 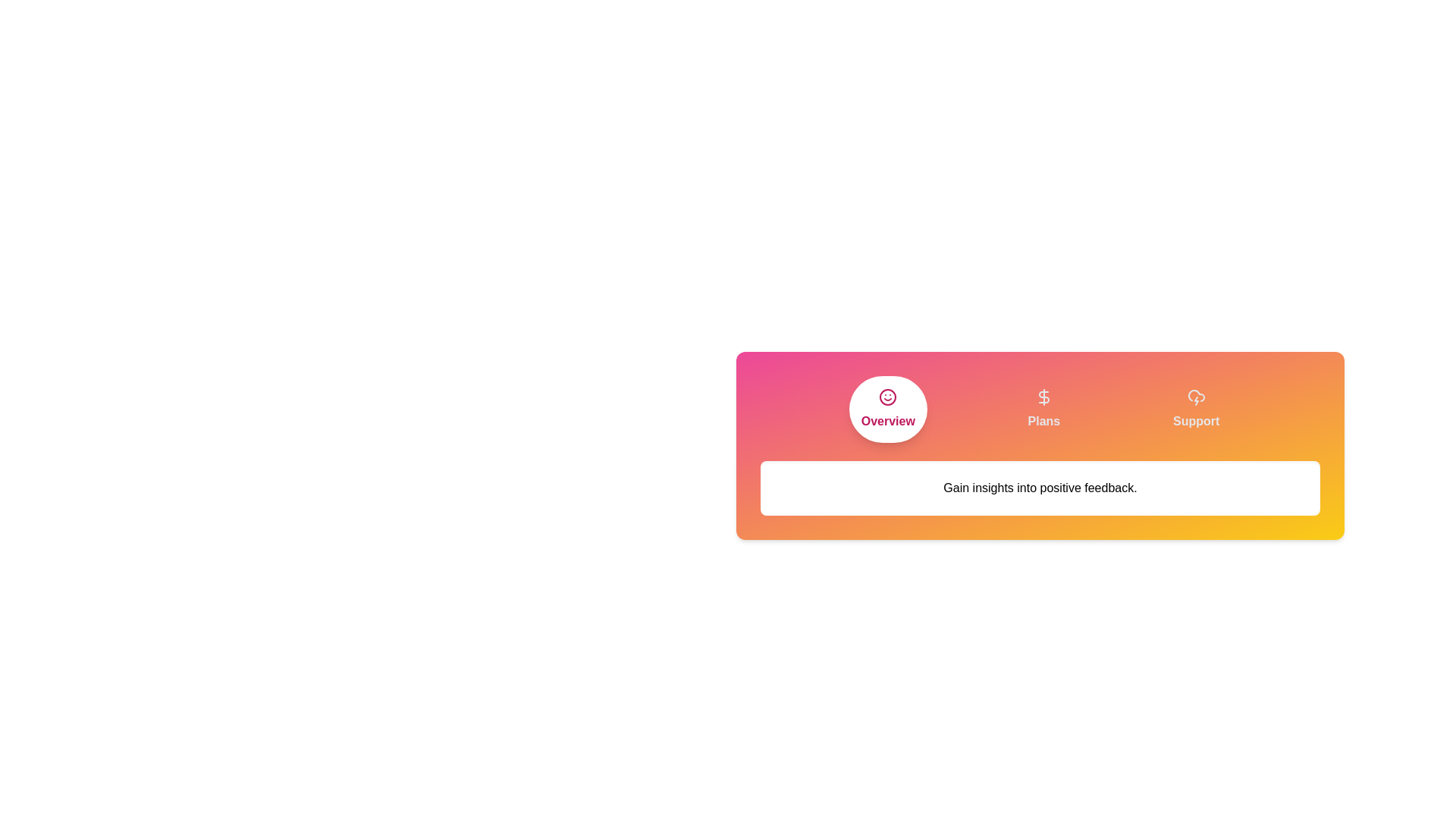 What do you see at coordinates (1195, 409) in the screenshot?
I see `the Support tab to activate it` at bounding box center [1195, 409].